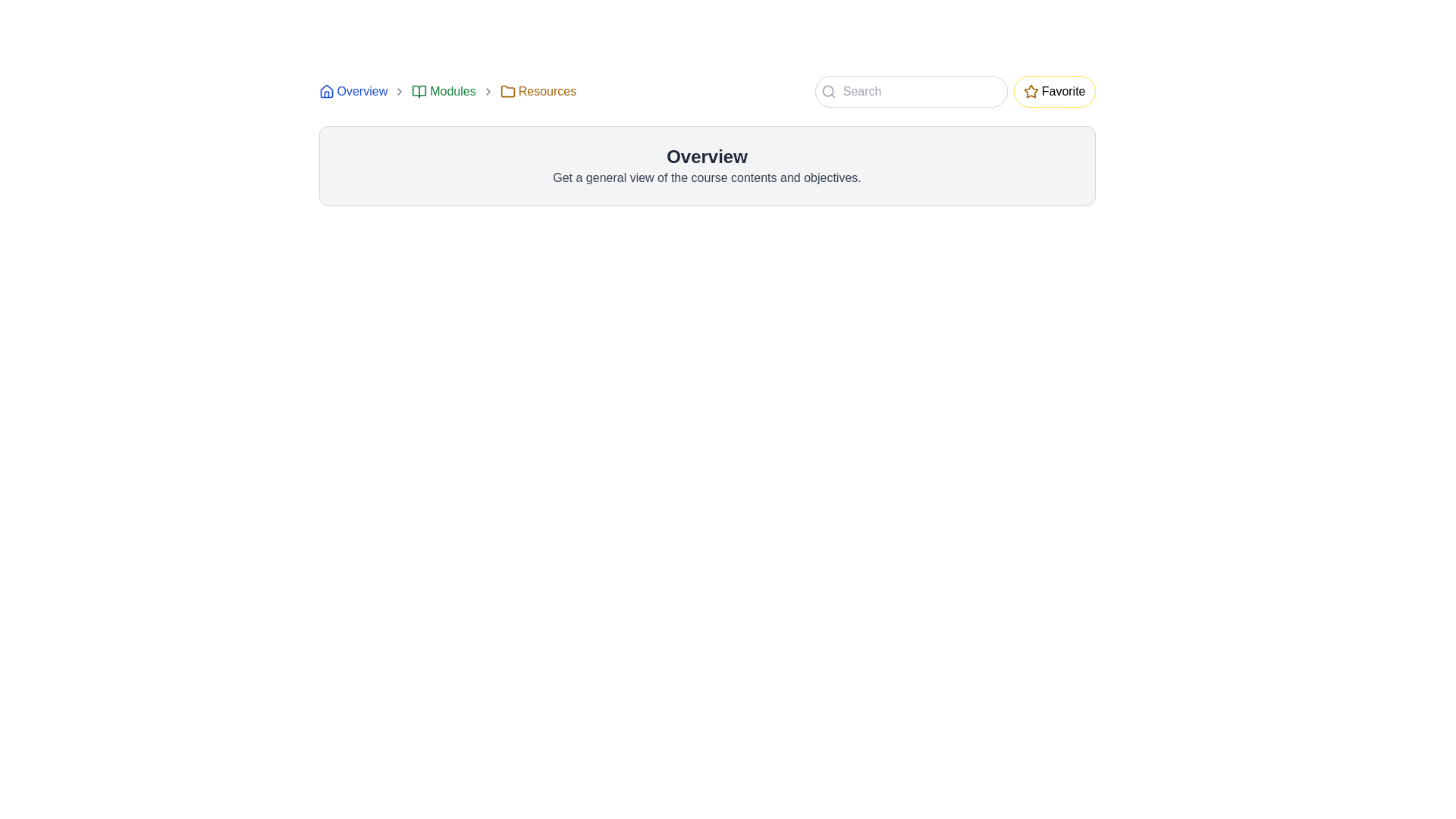  I want to click on the 'Overview' text label, which is bold and prominently displayed in dark gray, so click(706, 157).